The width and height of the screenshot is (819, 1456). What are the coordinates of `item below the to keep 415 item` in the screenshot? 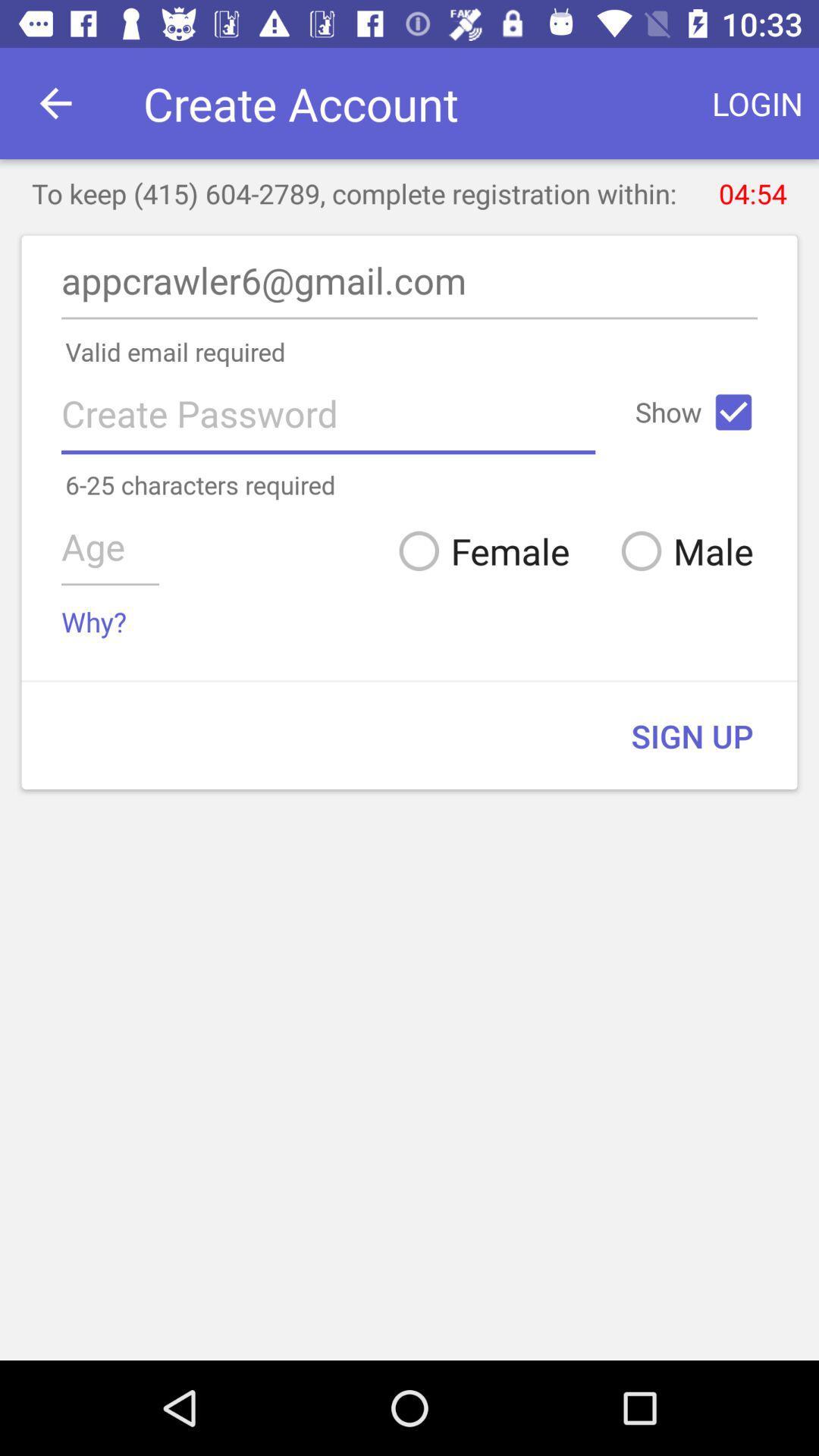 It's located at (409, 285).